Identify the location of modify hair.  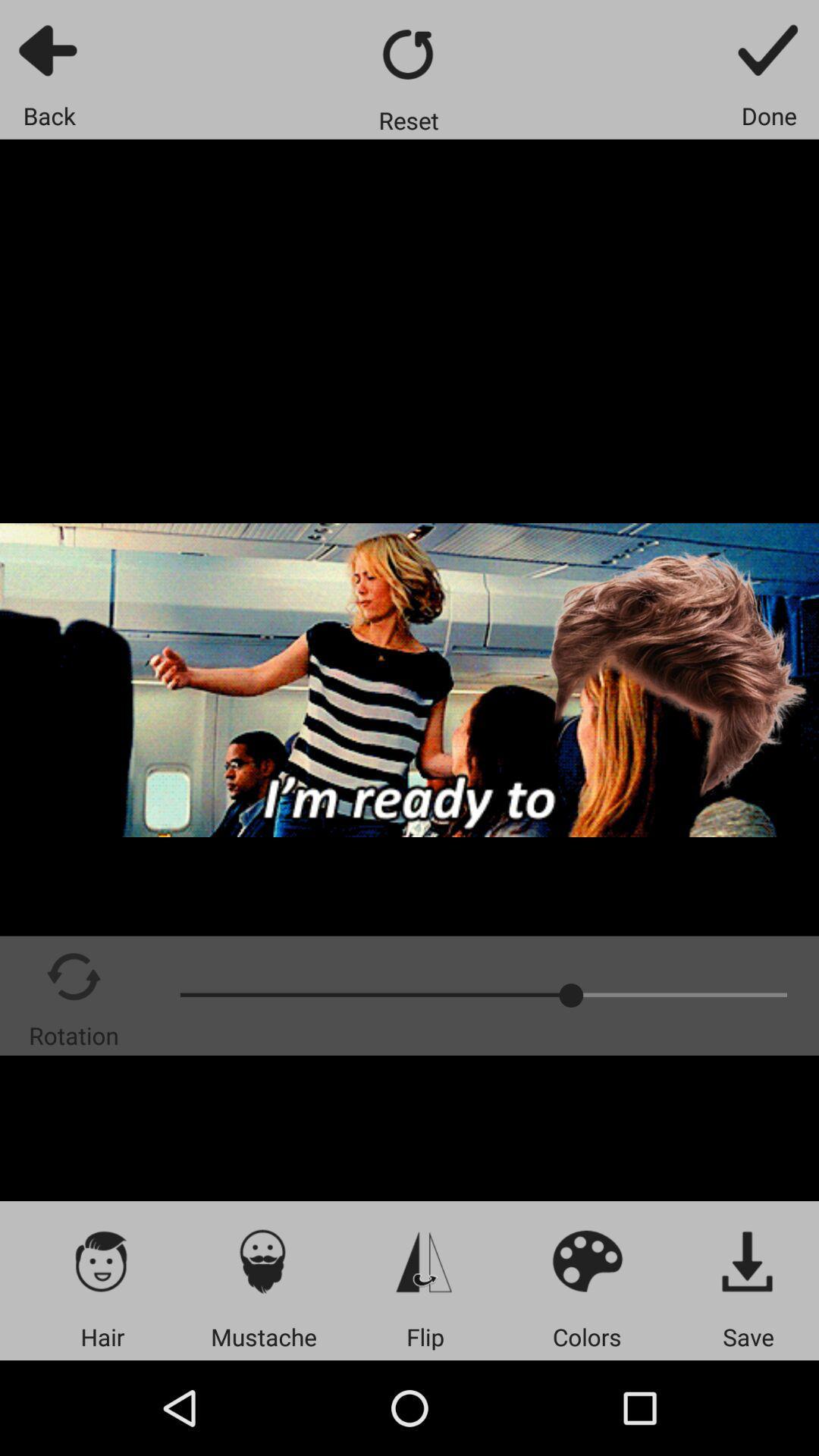
(102, 1260).